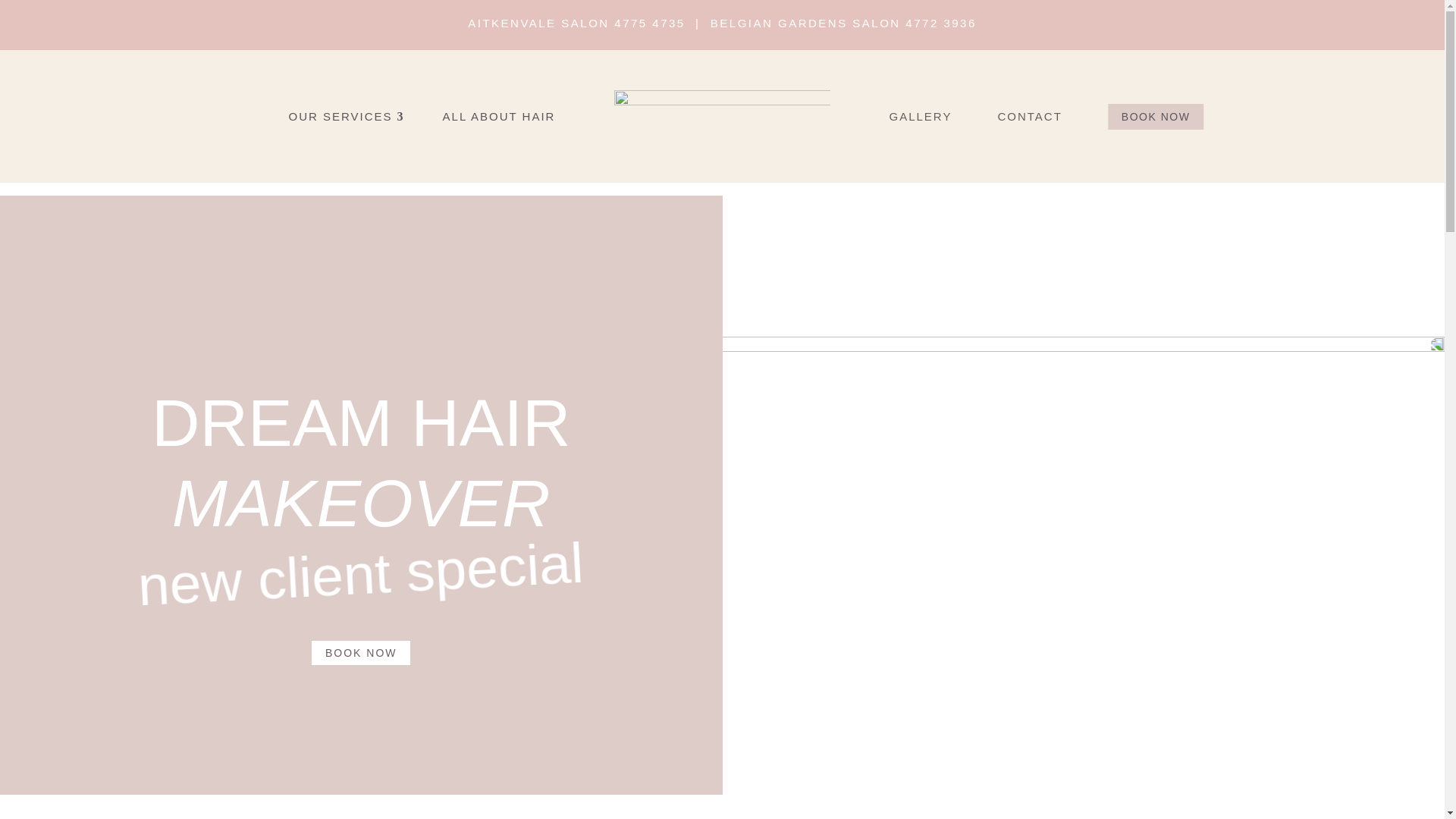 The width and height of the screenshot is (1456, 819). What do you see at coordinates (1051, 115) in the screenshot?
I see `'CONTACT'` at bounding box center [1051, 115].